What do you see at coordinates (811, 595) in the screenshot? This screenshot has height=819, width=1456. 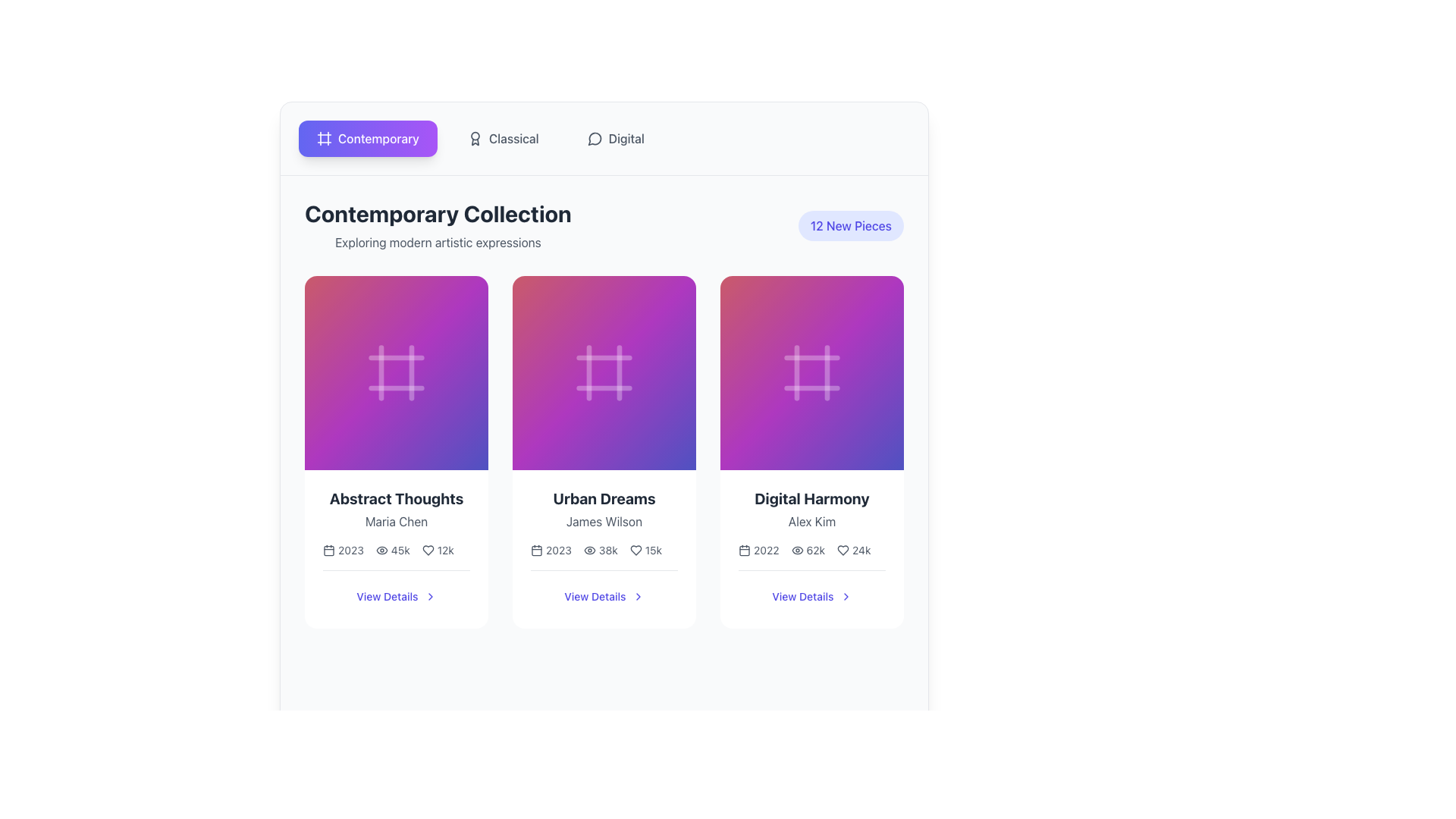 I see `the 'View Details' button-like link, which is styled as a button and located in the bottom section of the 'Digital Harmony' card, displaying the text in blue with a right-facing chevron icon` at bounding box center [811, 595].